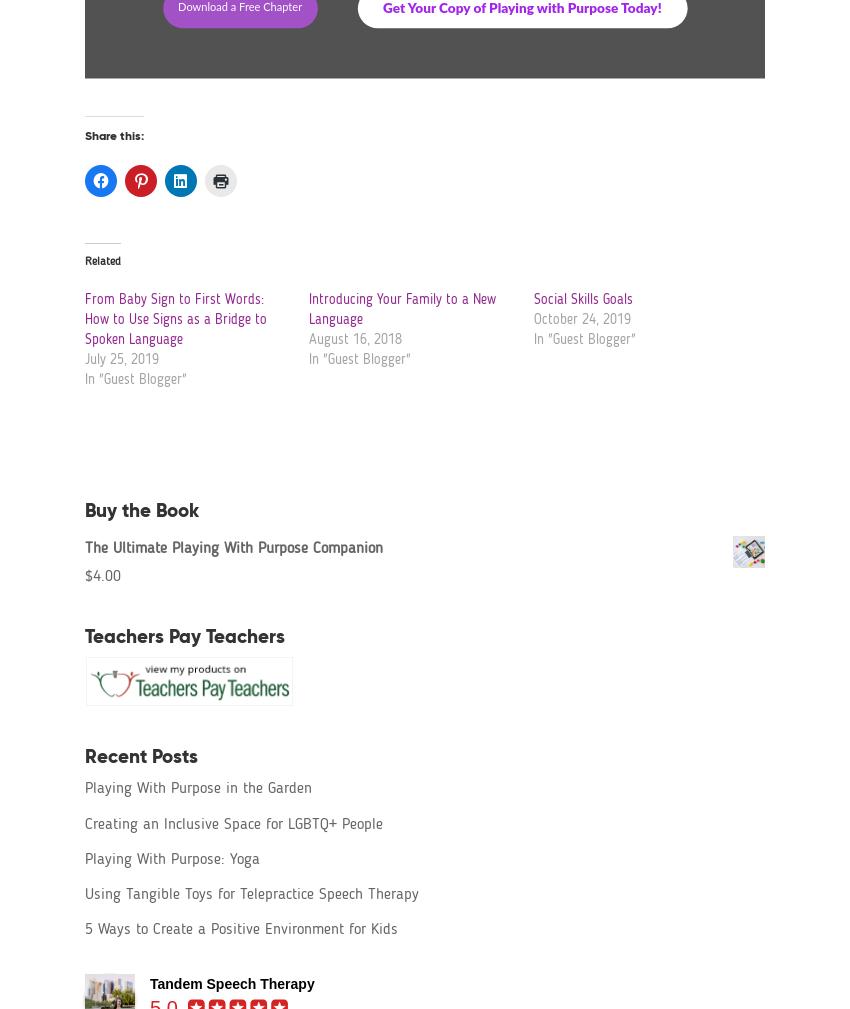  What do you see at coordinates (142, 510) in the screenshot?
I see `'Buy the Book'` at bounding box center [142, 510].